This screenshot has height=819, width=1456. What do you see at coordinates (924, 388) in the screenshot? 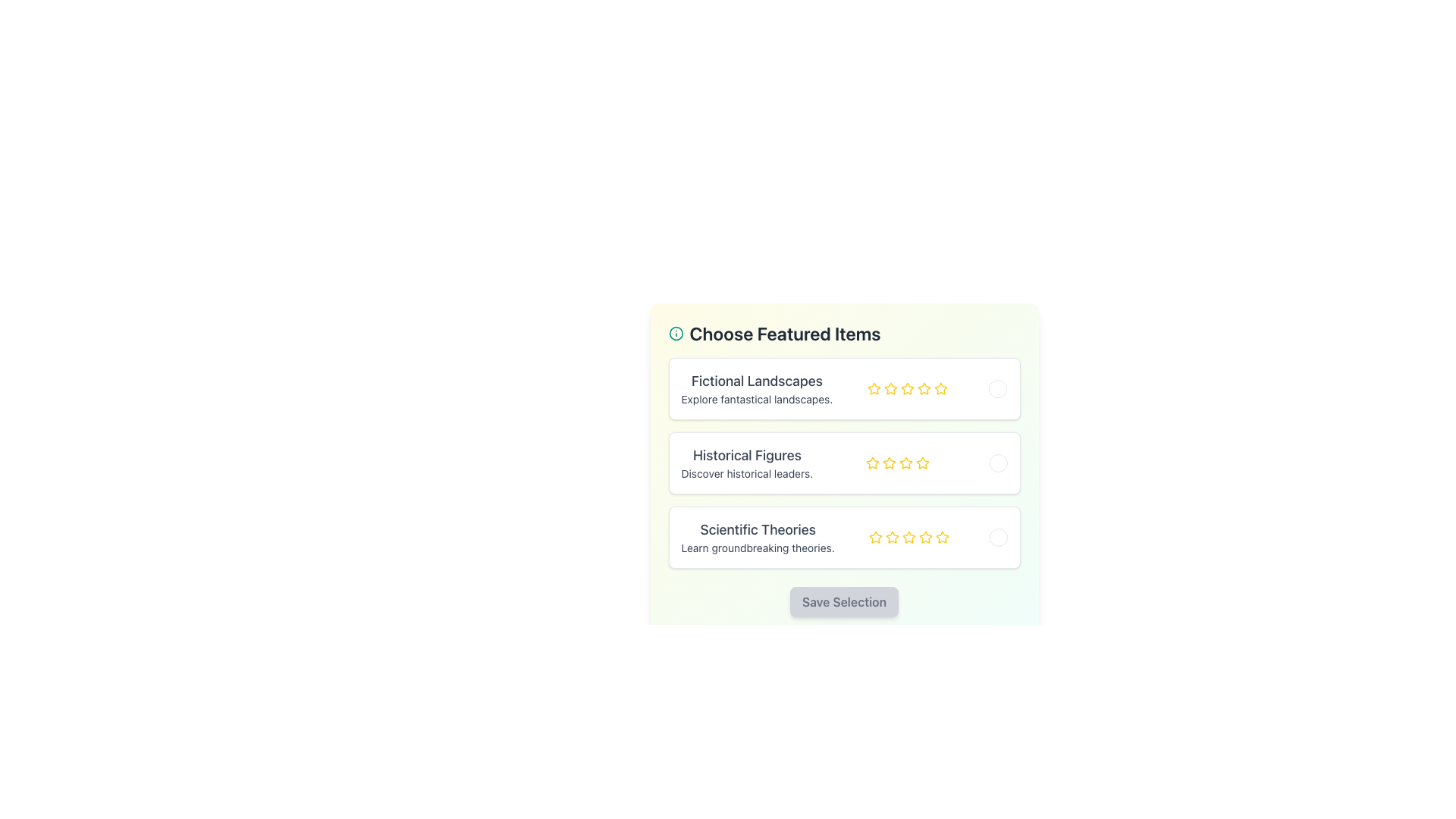
I see `the third star in the five-star rating system to specify a rating for the 'Fictional Landscapes' section` at bounding box center [924, 388].